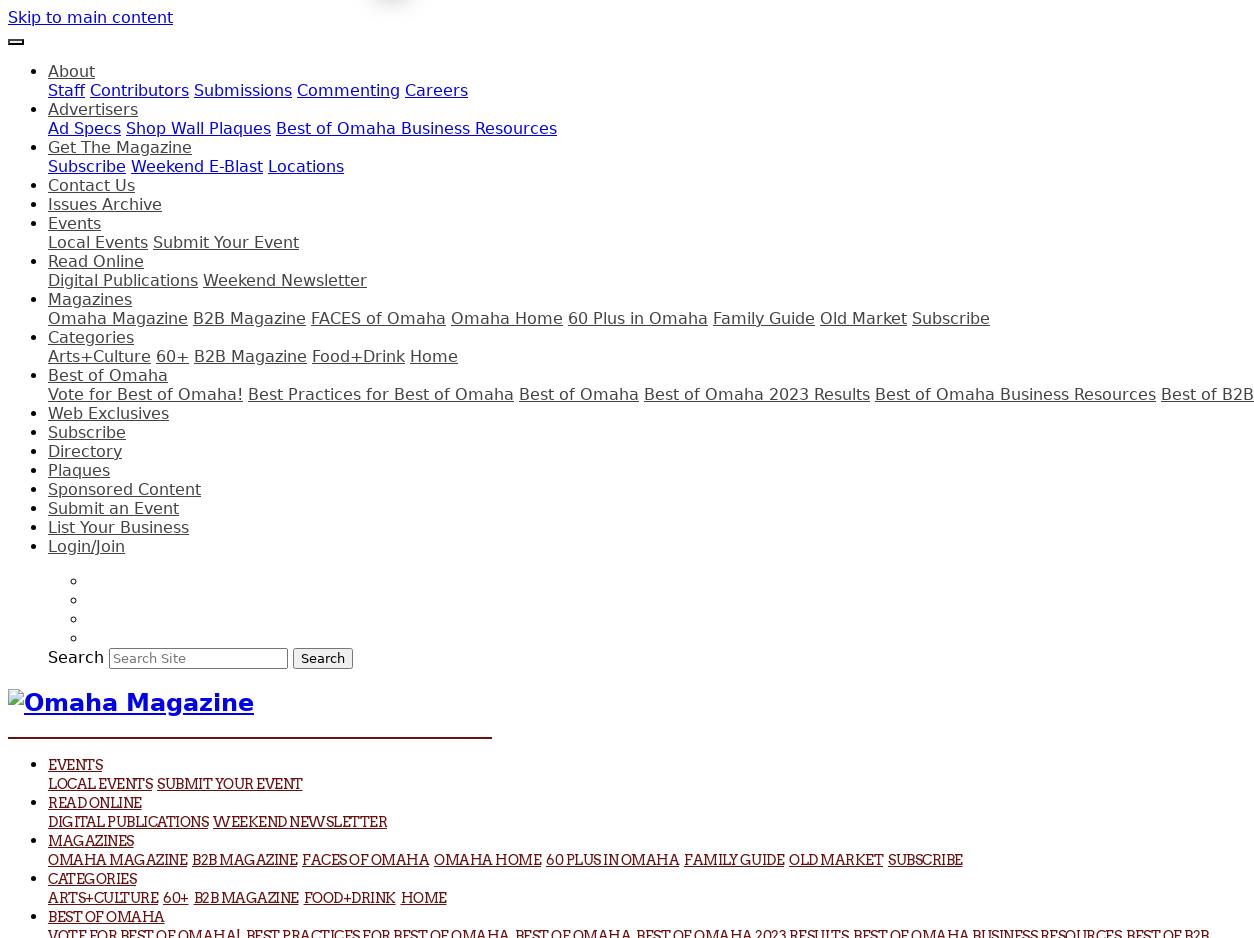 Image resolution: width=1254 pixels, height=938 pixels. I want to click on 'Vote for Best of Omaha!', so click(48, 393).